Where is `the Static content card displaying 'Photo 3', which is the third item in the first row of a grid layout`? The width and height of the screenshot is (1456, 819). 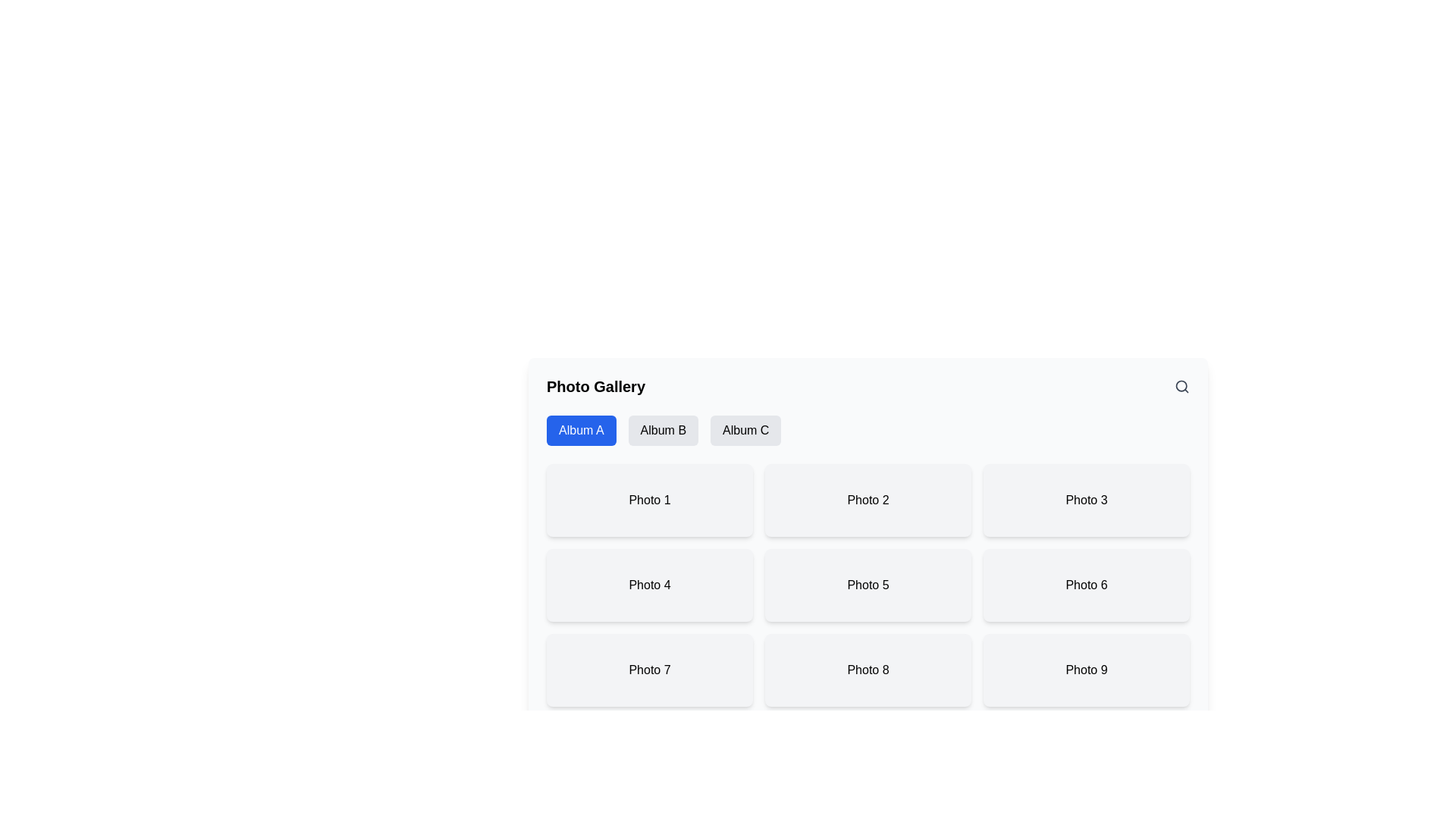
the Static content card displaying 'Photo 3', which is the third item in the first row of a grid layout is located at coordinates (1086, 500).